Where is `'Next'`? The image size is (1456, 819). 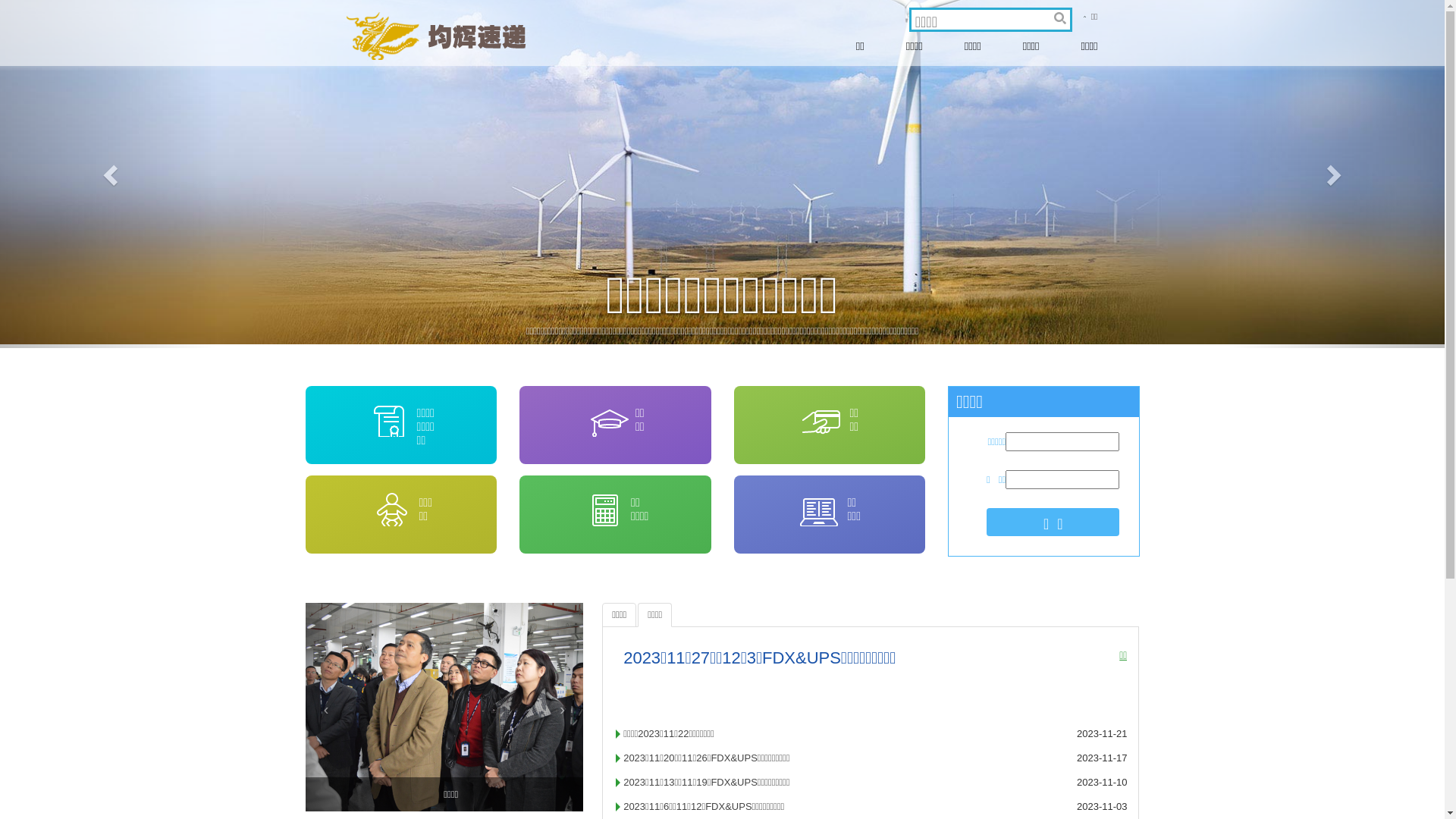 'Next' is located at coordinates (1335, 173).